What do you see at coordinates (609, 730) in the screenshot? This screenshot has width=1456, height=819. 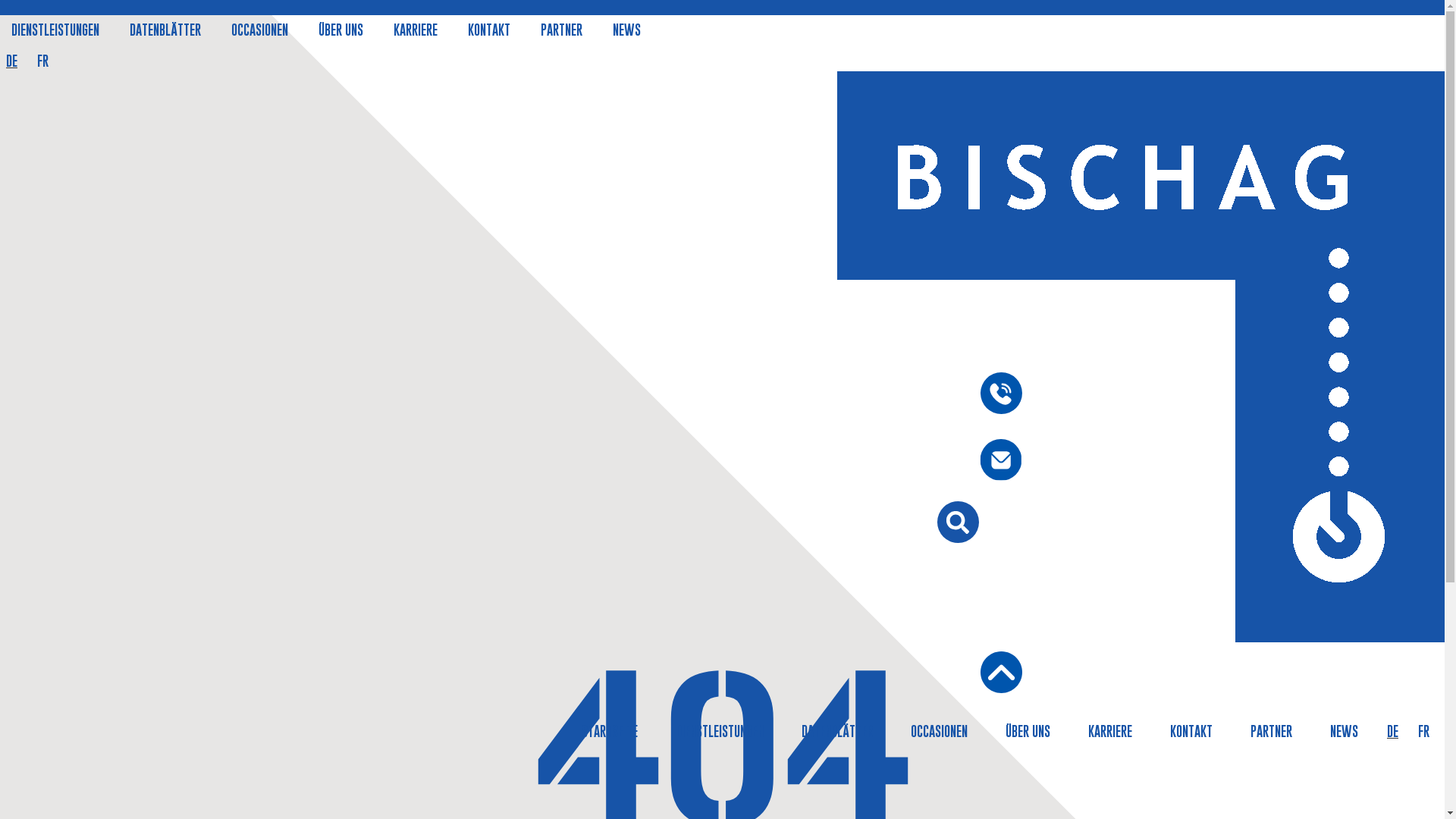 I see `'STARTSEITE'` at bounding box center [609, 730].